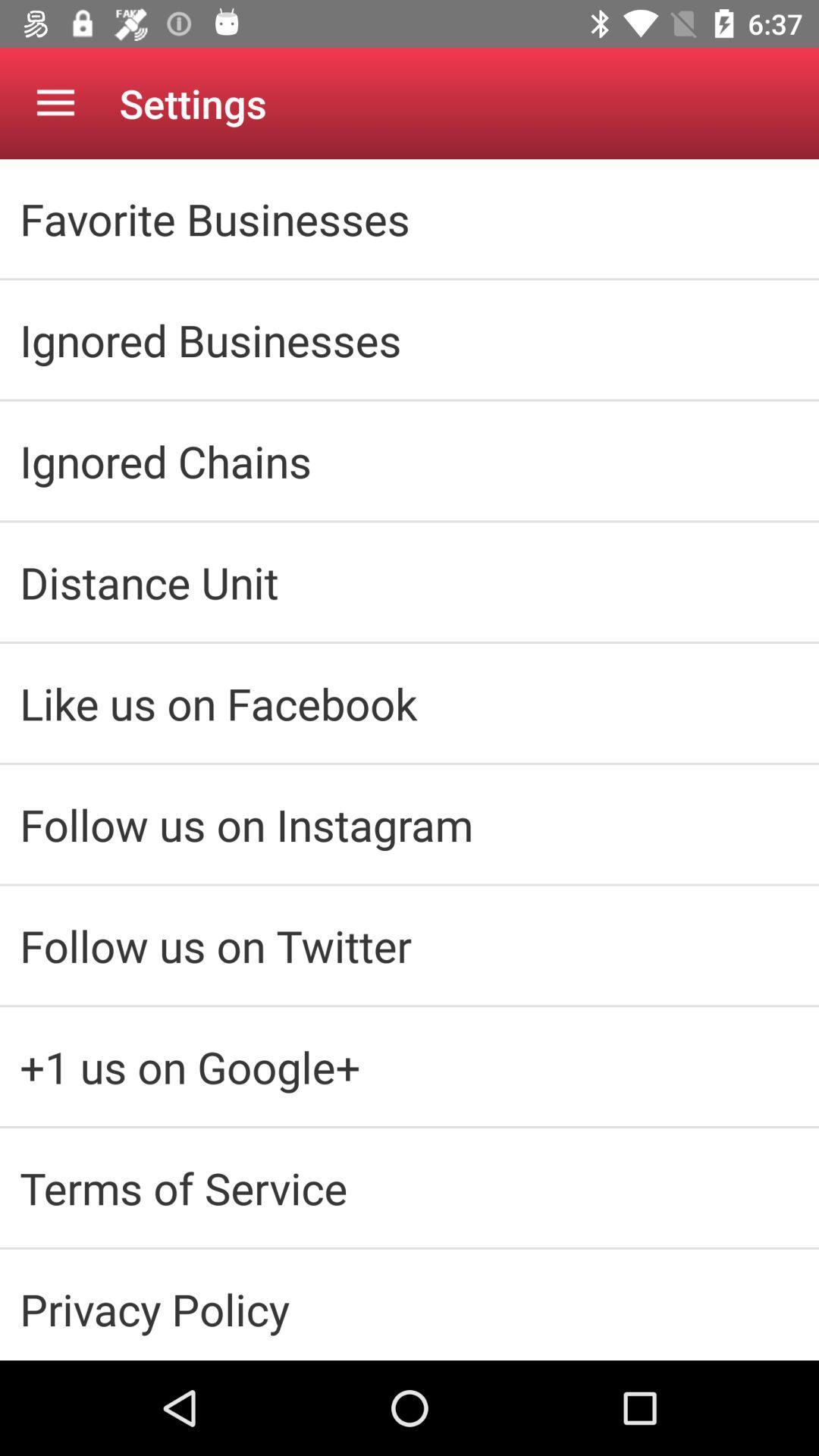 Image resolution: width=819 pixels, height=1456 pixels. Describe the element at coordinates (409, 339) in the screenshot. I see `the icon below the favorite businesses` at that location.